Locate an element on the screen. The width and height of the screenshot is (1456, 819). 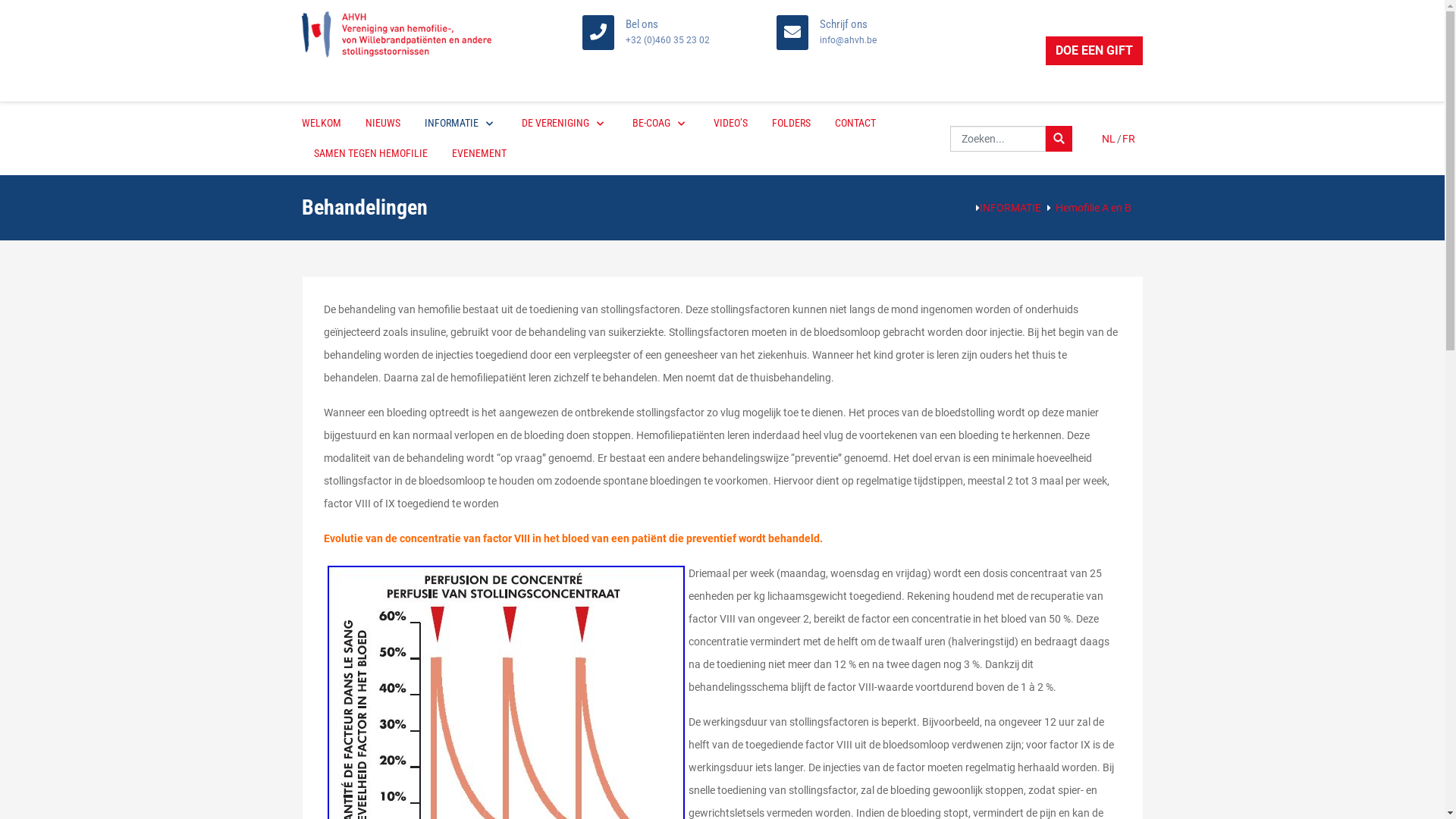
'FOLDERS' is located at coordinates (790, 122).